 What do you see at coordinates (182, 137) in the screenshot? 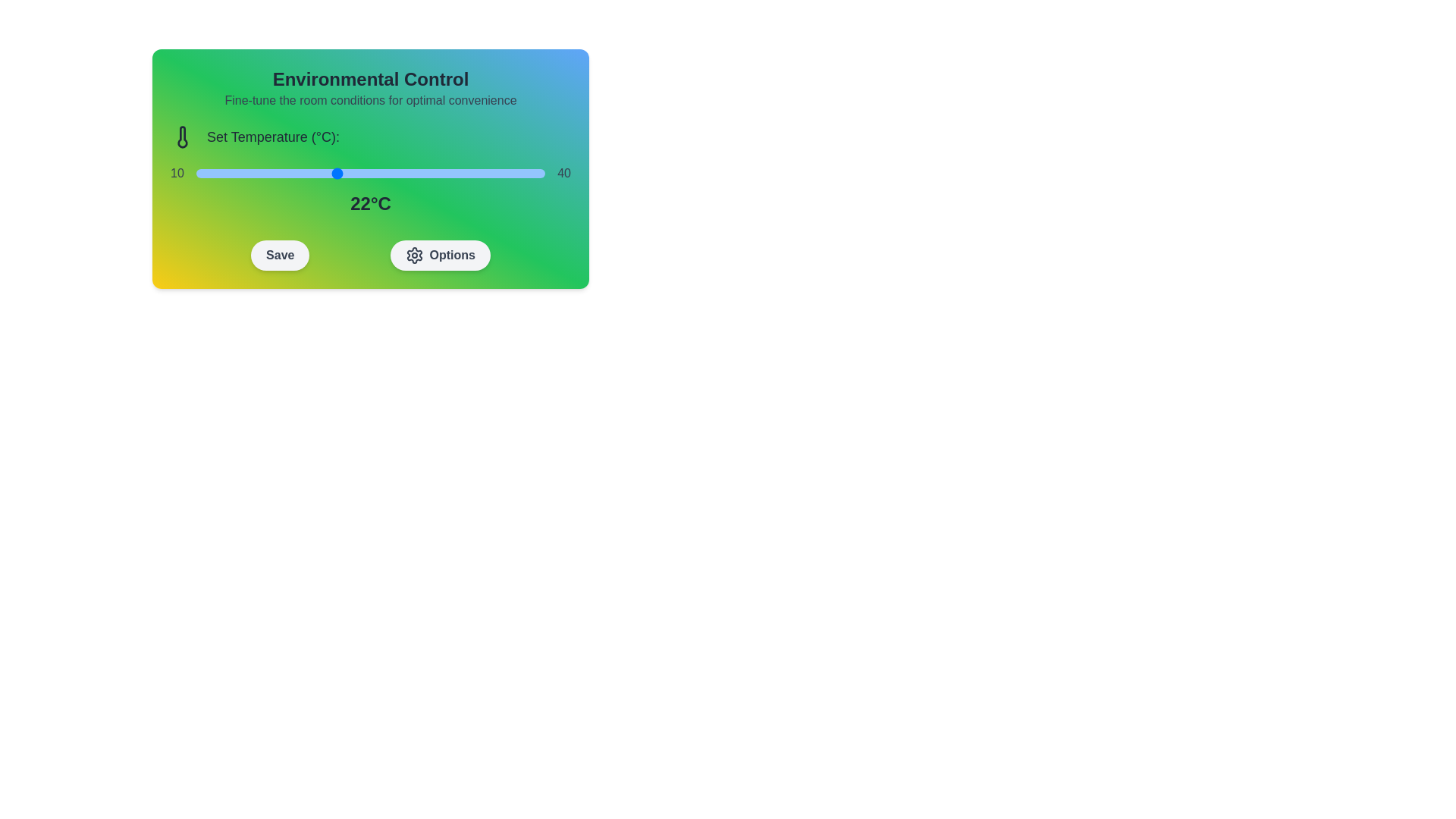
I see `the Decorative component of the thermometer icon, which is located at the bottom of the thermometer icon in the upper left section of the interface panel` at bounding box center [182, 137].